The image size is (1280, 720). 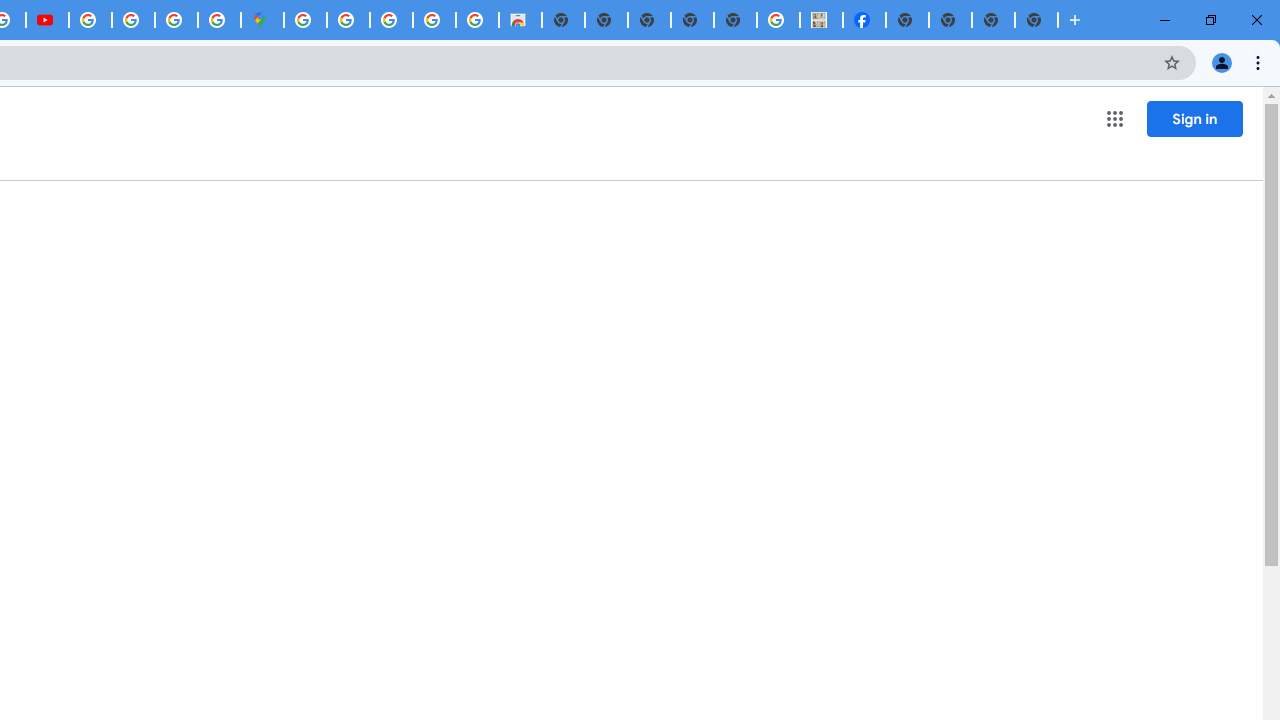 What do you see at coordinates (520, 20) in the screenshot?
I see `'Chrome Web Store - Shopping'` at bounding box center [520, 20].